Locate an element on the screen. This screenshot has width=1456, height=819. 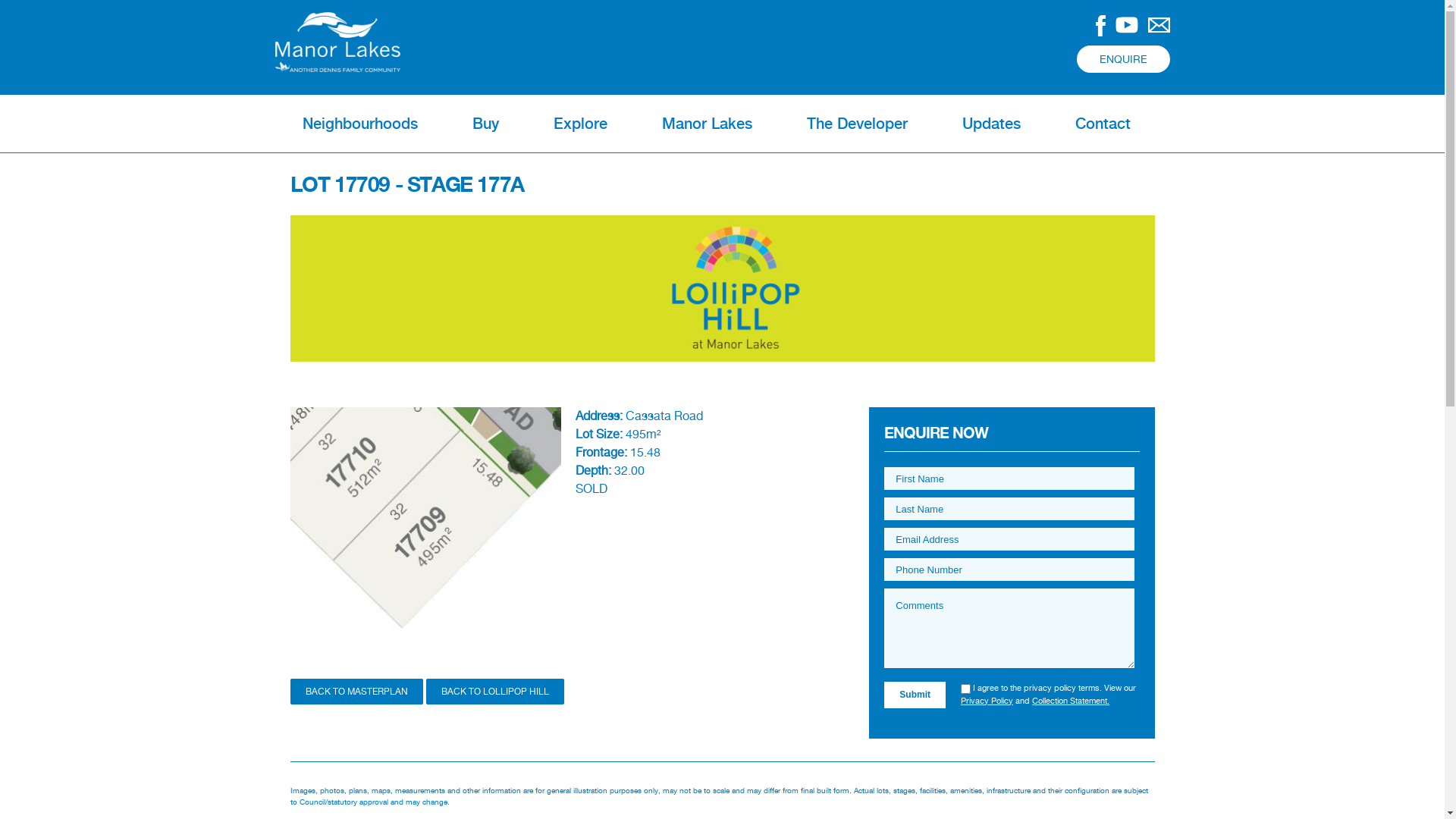
'Manor Lakes' is located at coordinates (705, 122).